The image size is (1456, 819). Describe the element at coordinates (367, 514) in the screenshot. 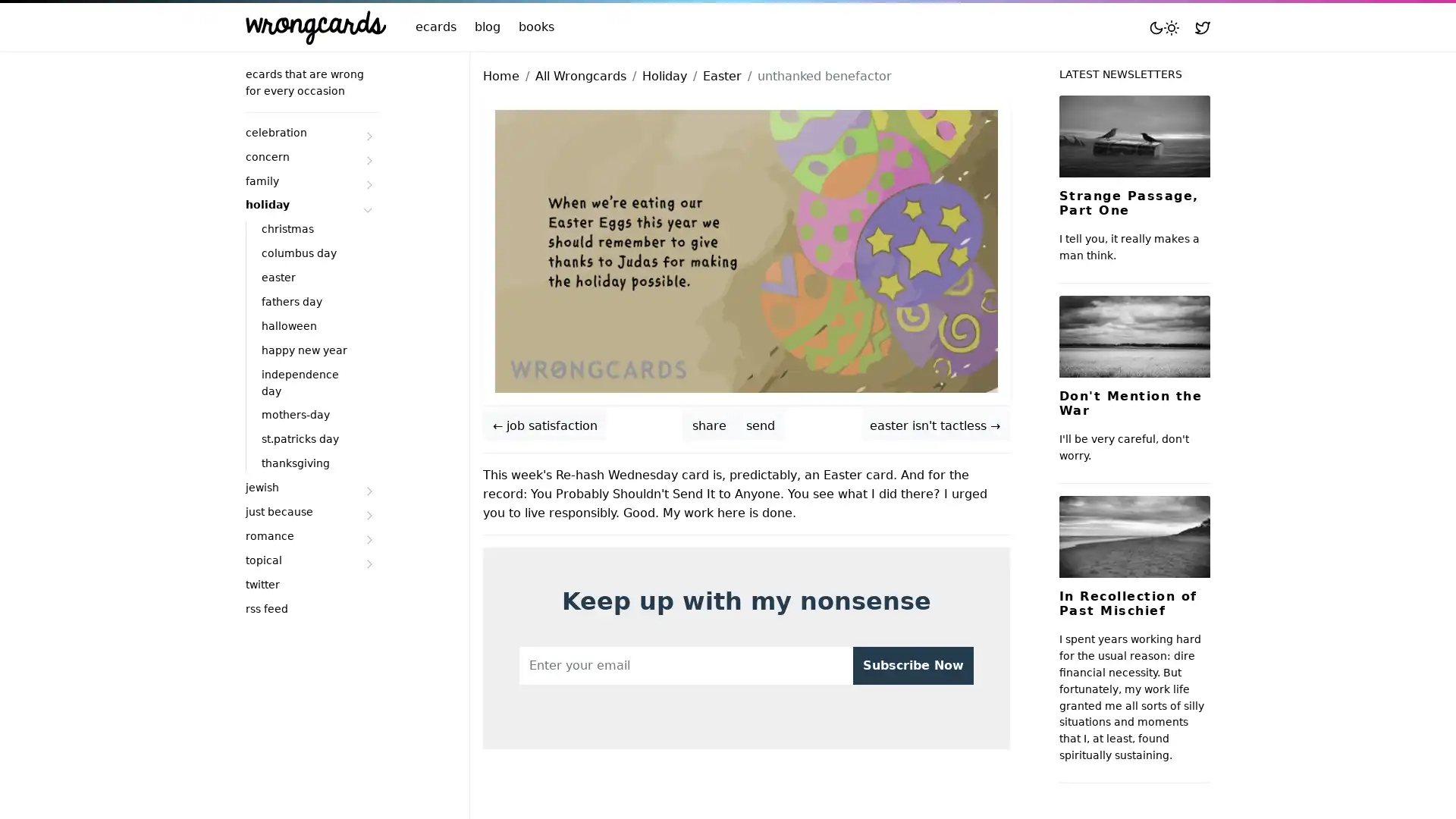

I see `Submenu` at that location.